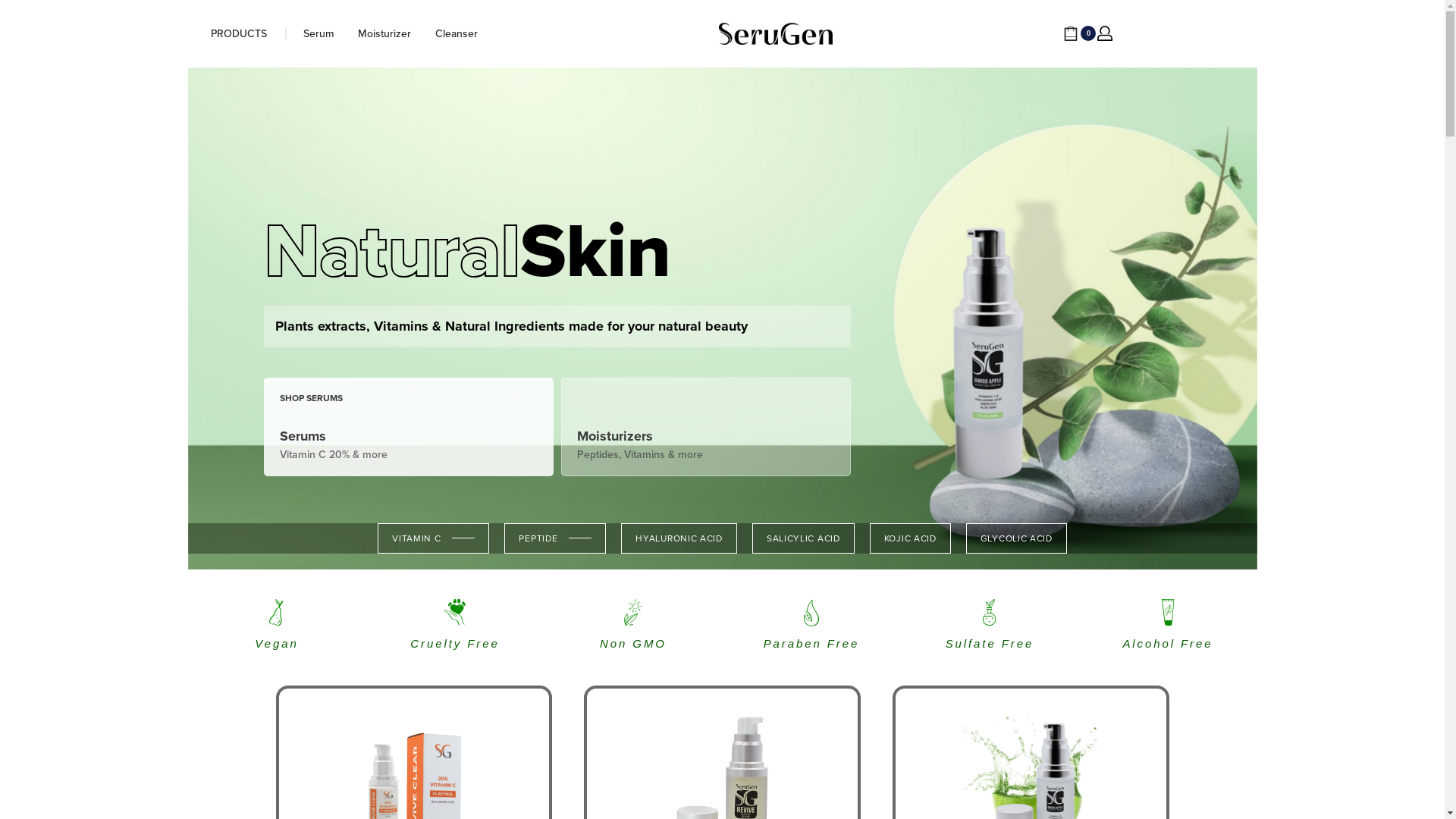 Image resolution: width=1456 pixels, height=819 pixels. What do you see at coordinates (318, 34) in the screenshot?
I see `'Serum'` at bounding box center [318, 34].